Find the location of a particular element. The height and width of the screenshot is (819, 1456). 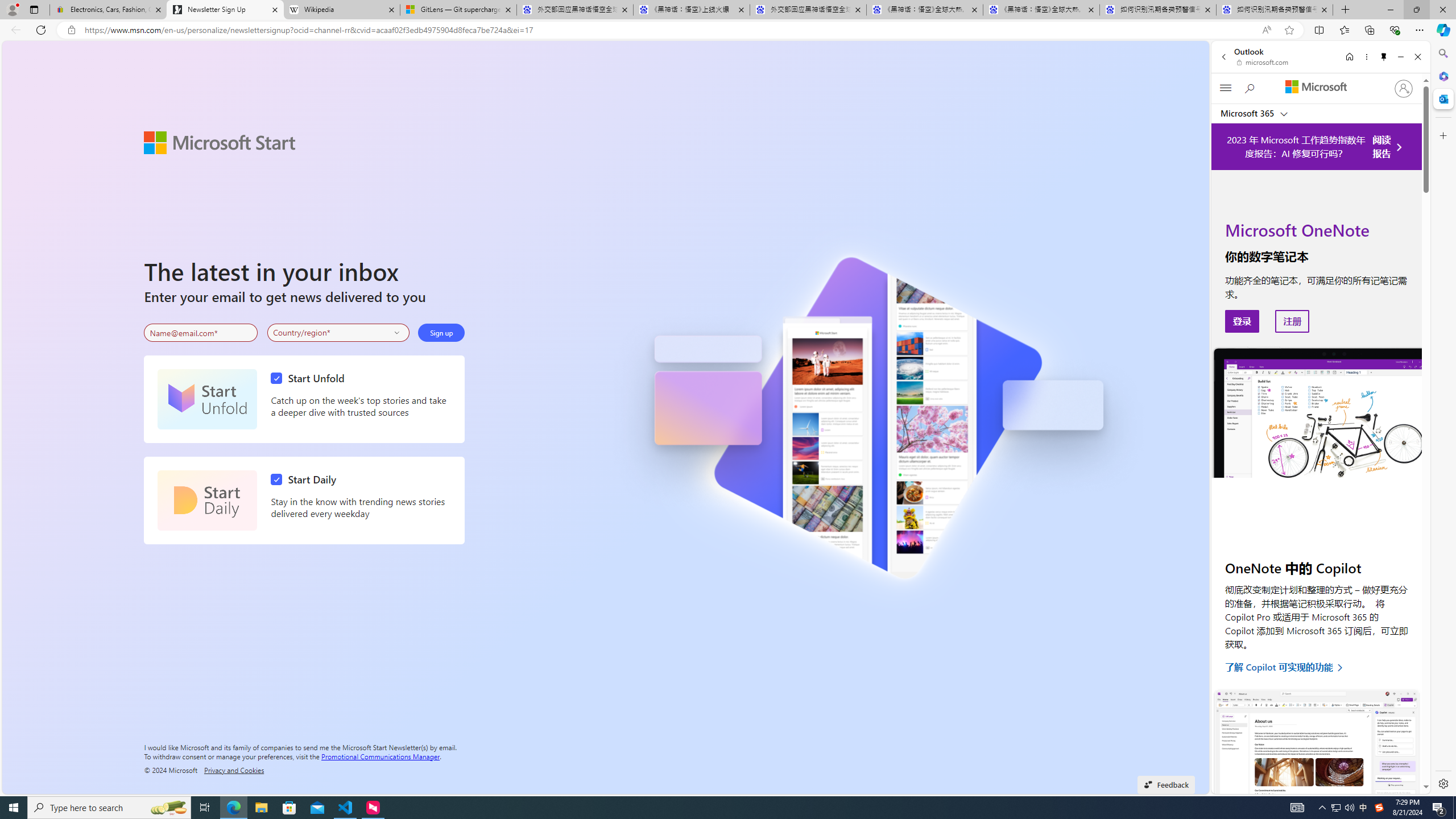

'Wikipedia' is located at coordinates (341, 9).